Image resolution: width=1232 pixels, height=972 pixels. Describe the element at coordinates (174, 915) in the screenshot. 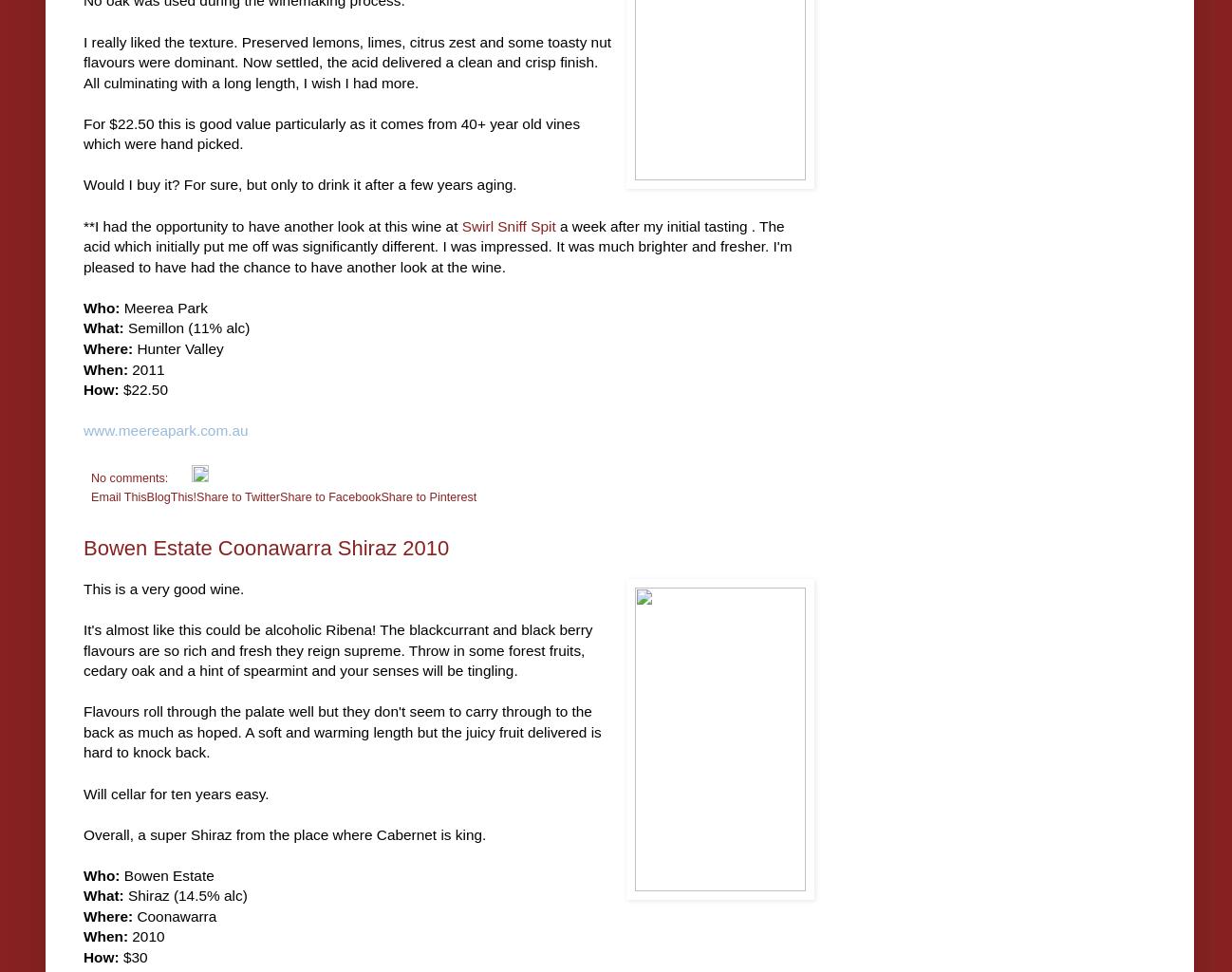

I see `'Coonawarra'` at that location.